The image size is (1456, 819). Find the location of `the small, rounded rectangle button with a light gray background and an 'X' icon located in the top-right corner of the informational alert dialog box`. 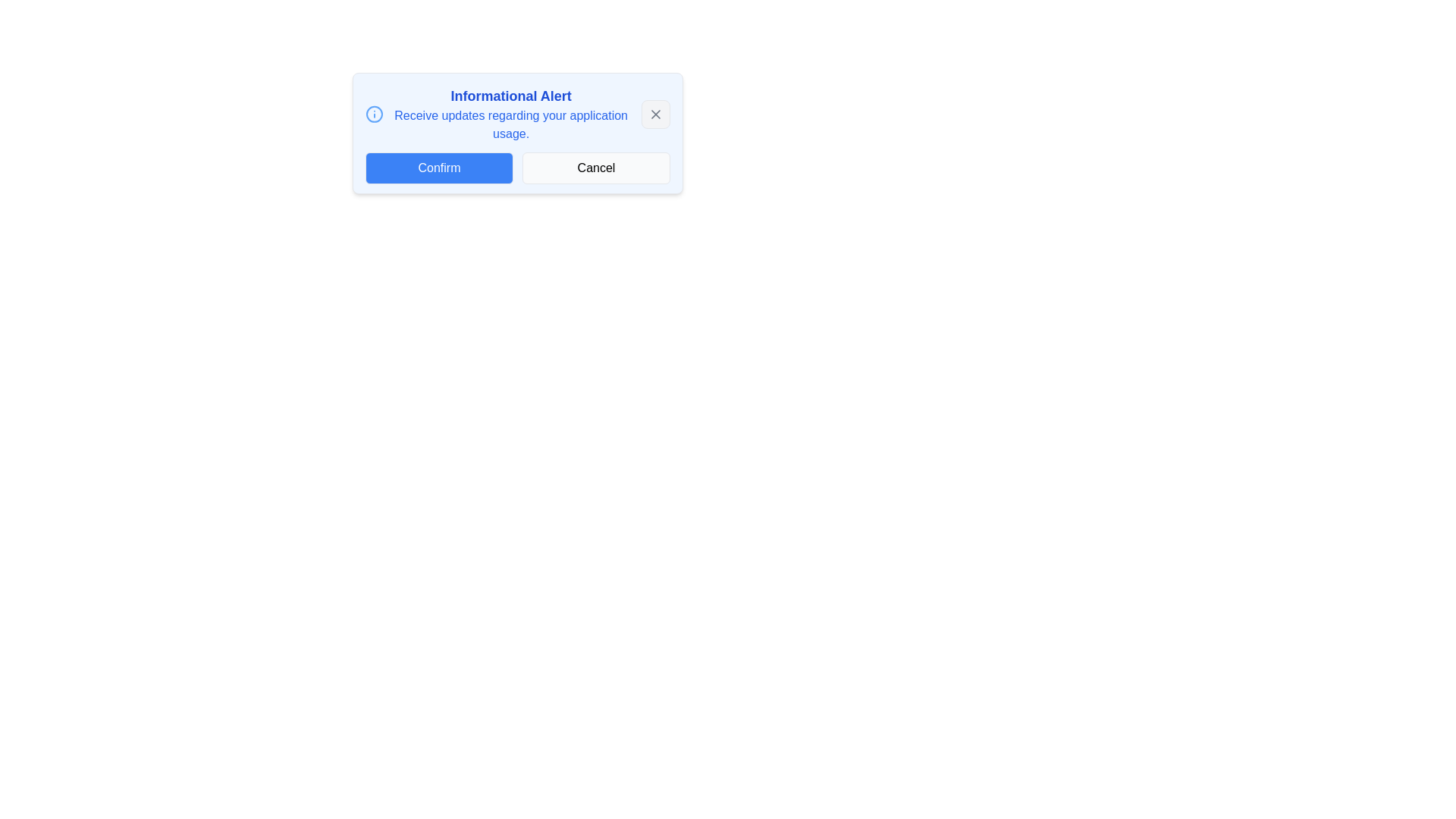

the small, rounded rectangle button with a light gray background and an 'X' icon located in the top-right corner of the informational alert dialog box is located at coordinates (655, 113).